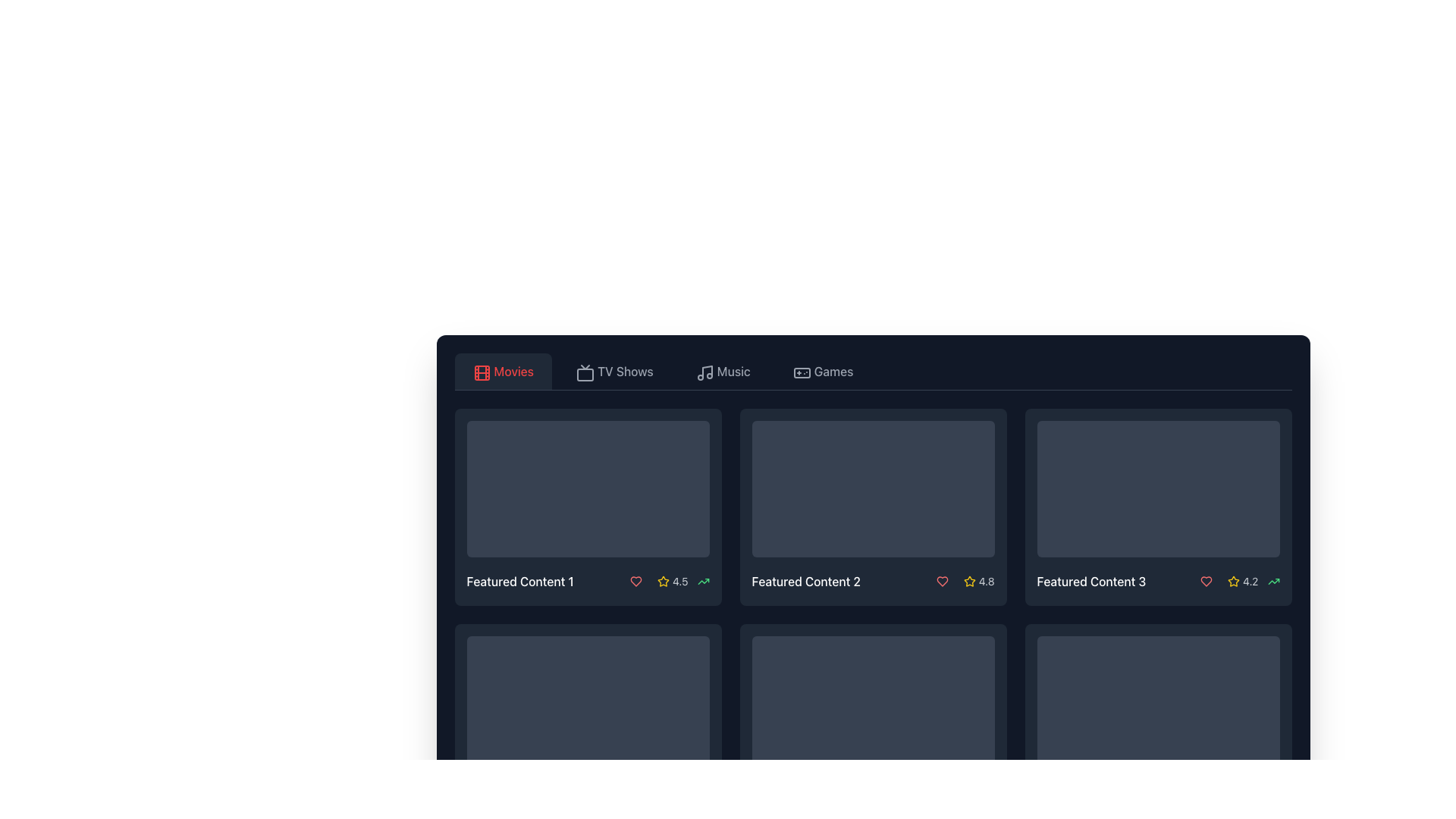 The width and height of the screenshot is (1456, 819). I want to click on the 'Movies' icon in the navigation bar, so click(479, 371).